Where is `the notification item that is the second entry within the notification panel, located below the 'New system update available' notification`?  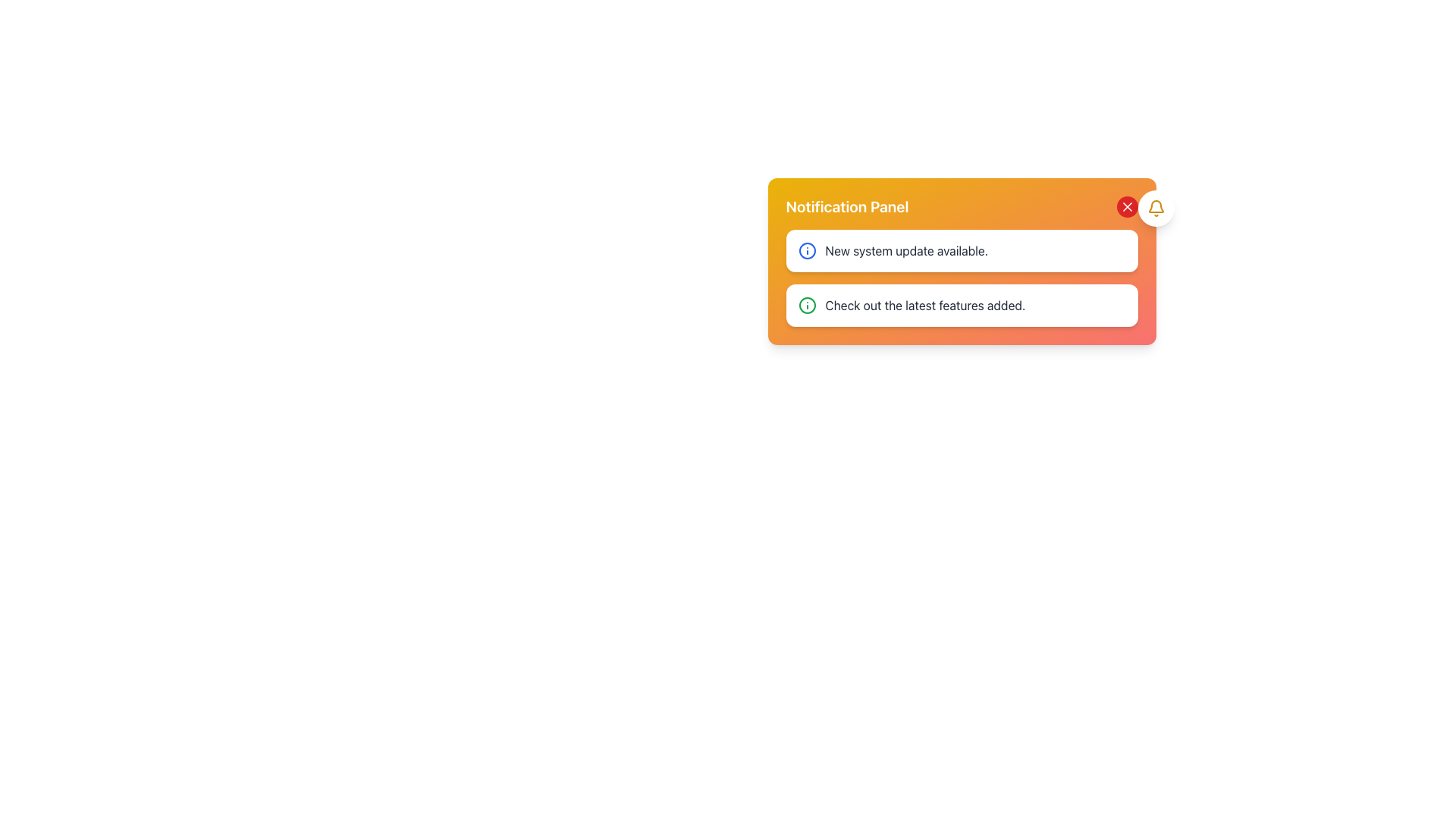
the notification item that is the second entry within the notification panel, located below the 'New system update available' notification is located at coordinates (961, 305).